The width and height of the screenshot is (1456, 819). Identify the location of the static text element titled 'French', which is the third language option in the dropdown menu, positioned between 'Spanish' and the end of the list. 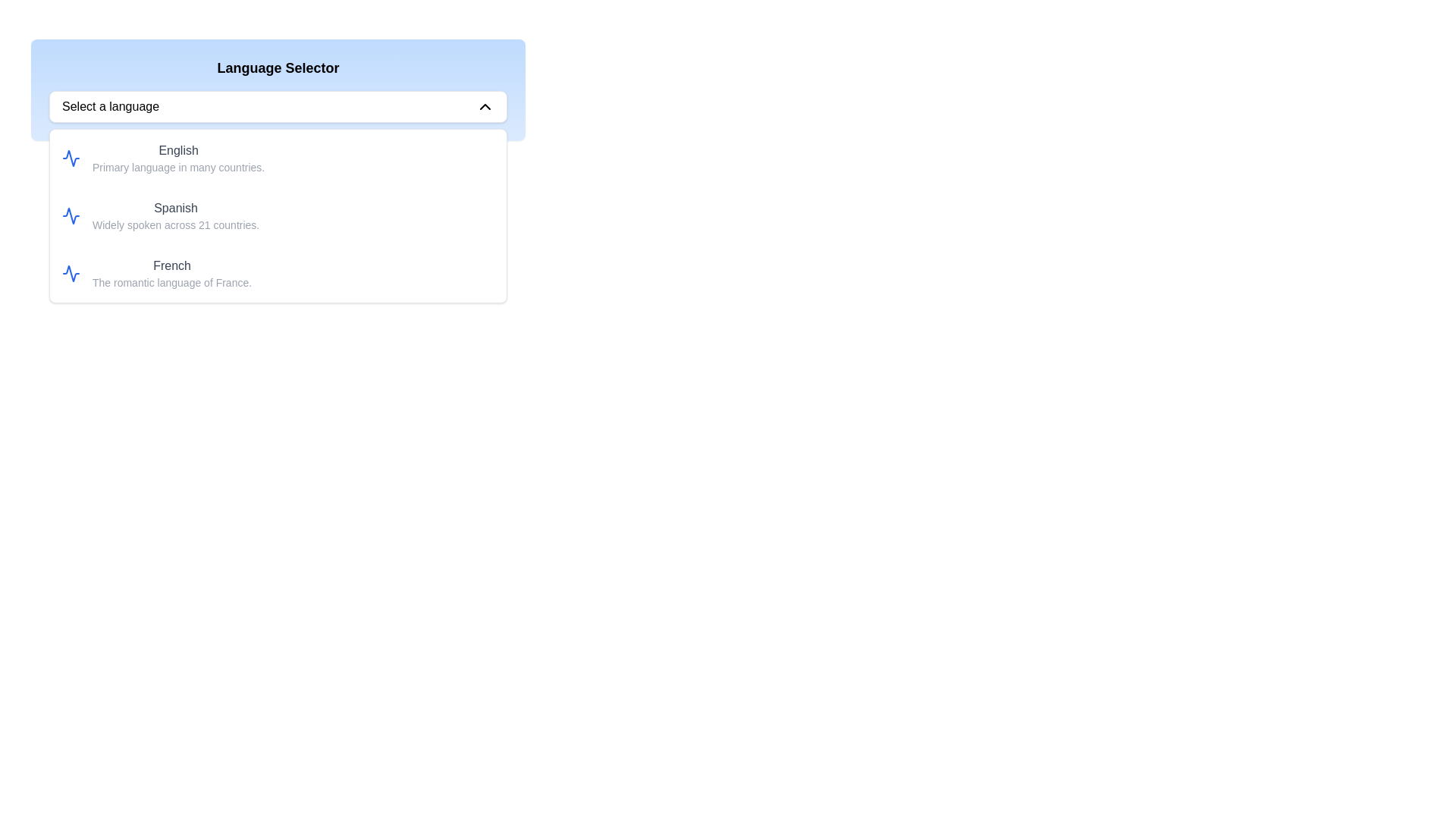
(172, 265).